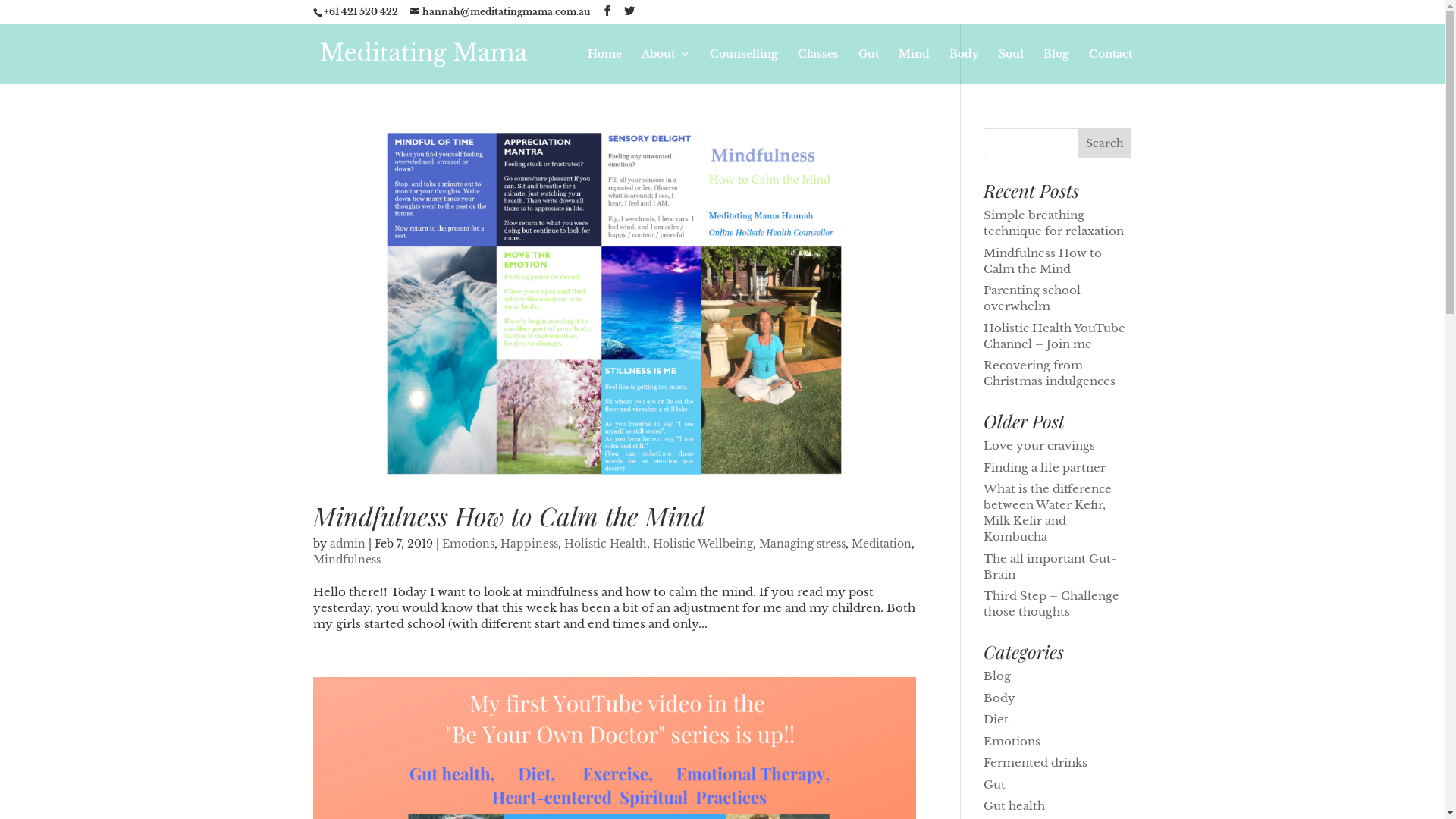 The width and height of the screenshot is (1456, 819). Describe the element at coordinates (743, 65) in the screenshot. I see `'Counselling'` at that location.